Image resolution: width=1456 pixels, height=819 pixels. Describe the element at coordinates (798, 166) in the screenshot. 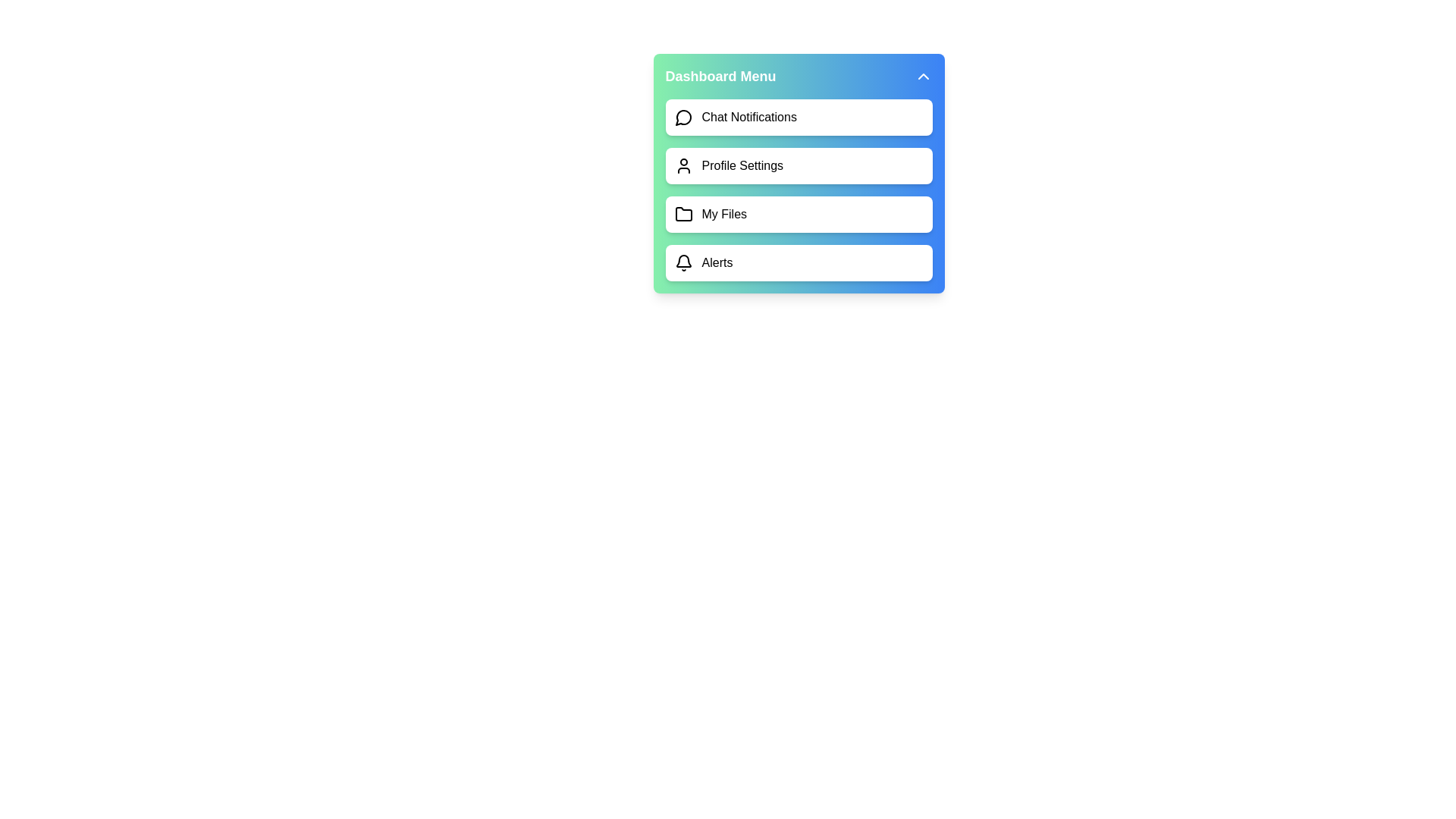

I see `the menu item Profile Settings by clicking on it` at that location.